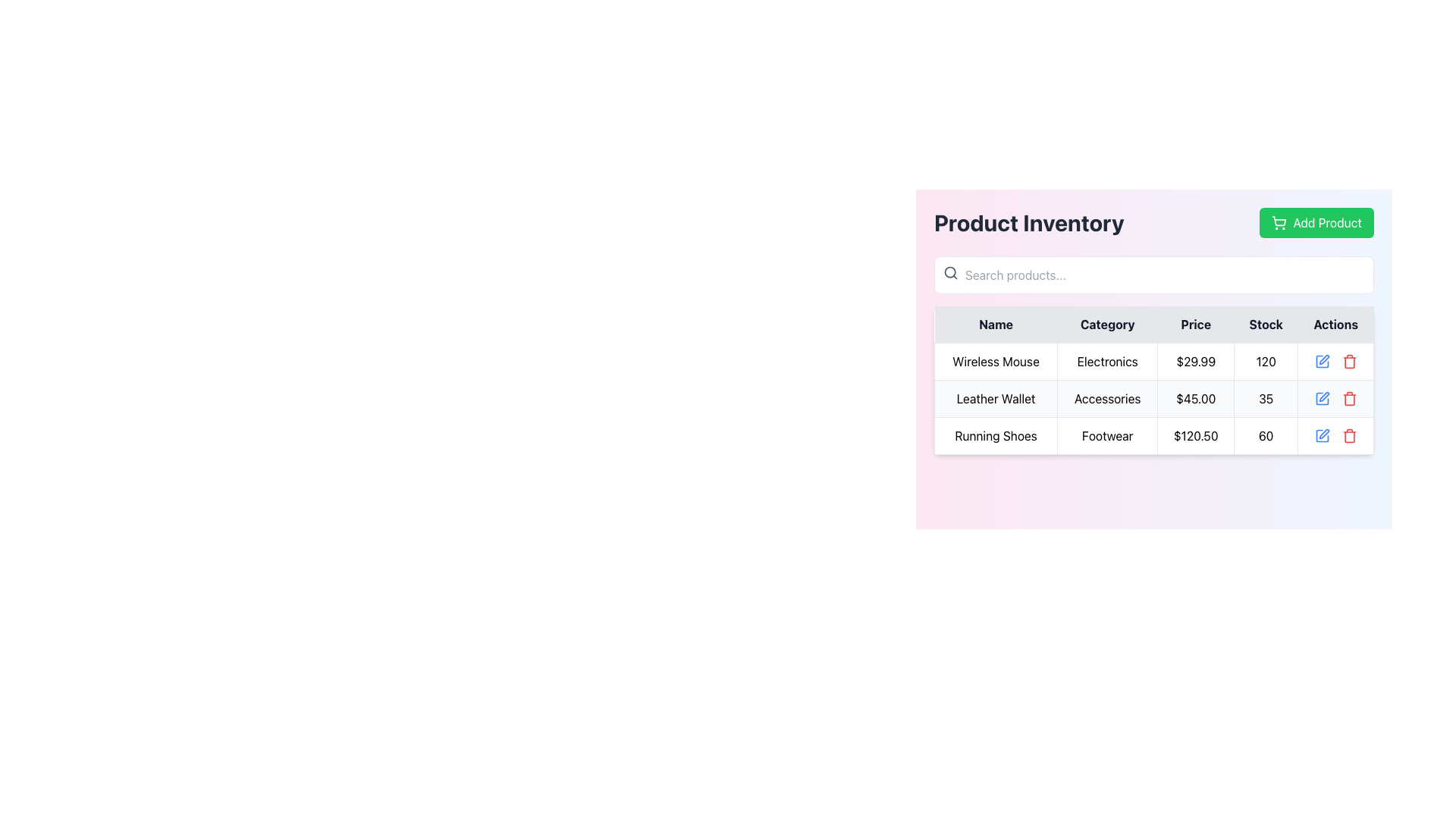 The image size is (1456, 819). I want to click on the table cell displaying the name of an item in the third row of the product inventory table, which is aligned with 'Footwear' in the Category column, '$120.50' in the Price column, and '60' in the Stock column, so click(996, 435).